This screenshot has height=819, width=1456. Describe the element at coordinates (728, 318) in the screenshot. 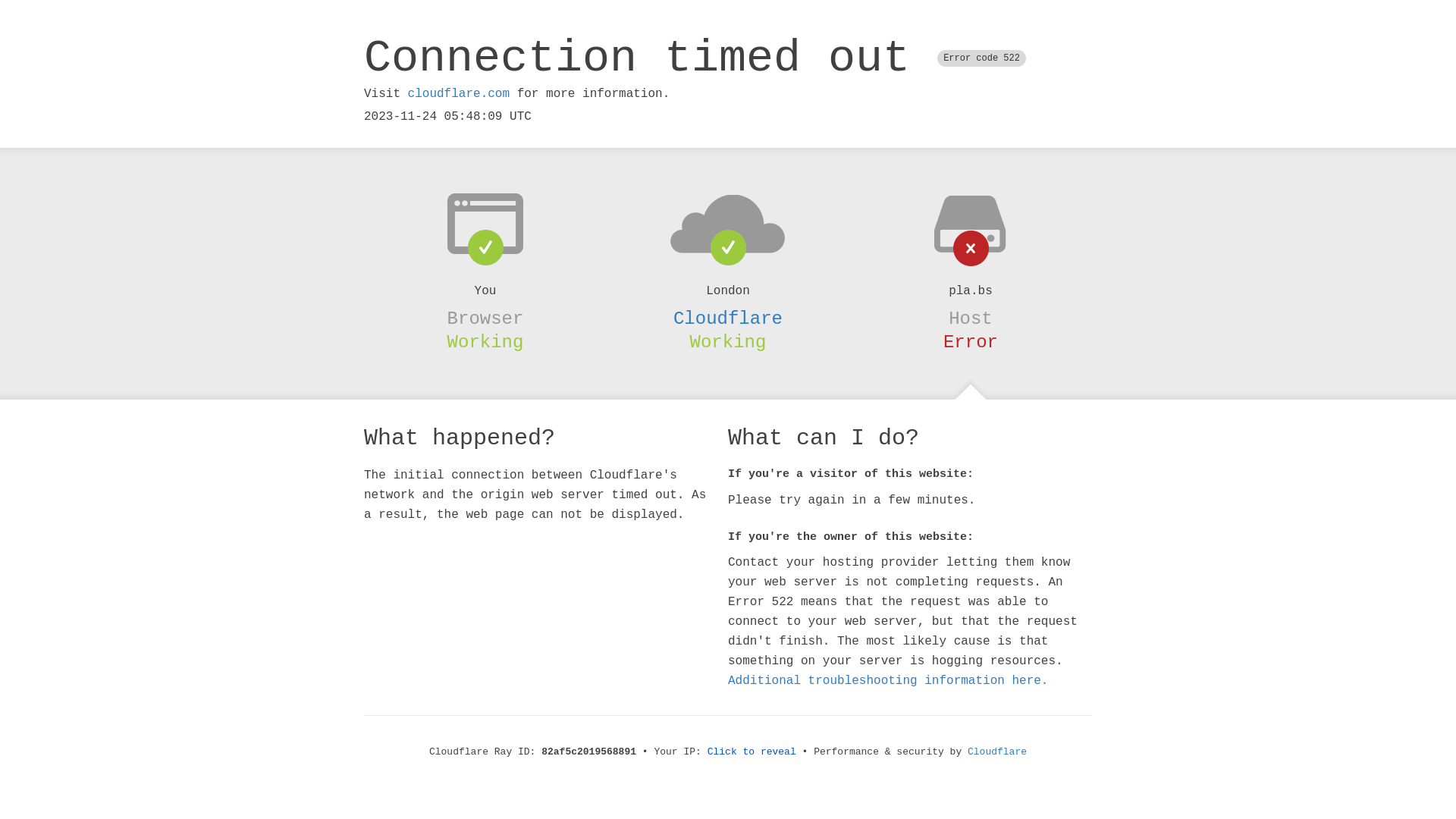

I see `'Cloudflare'` at that location.